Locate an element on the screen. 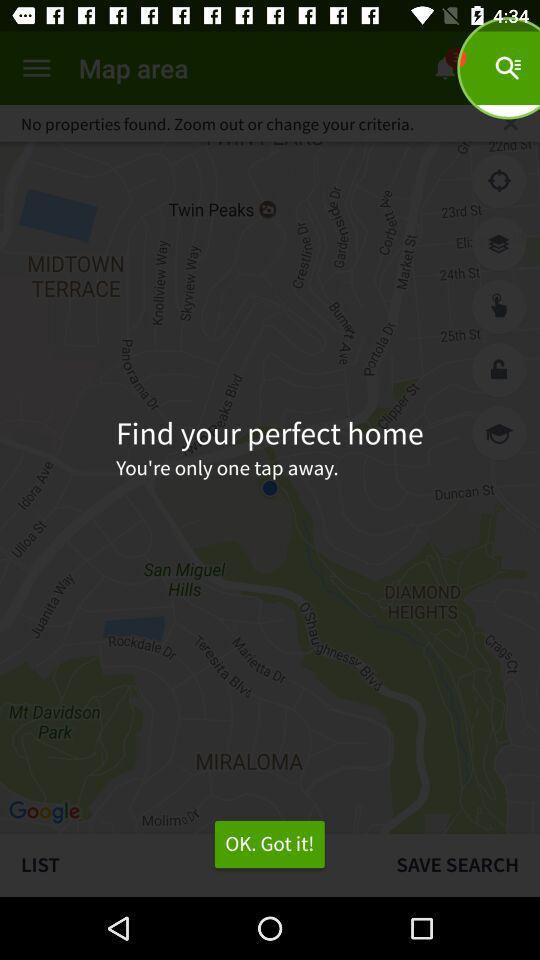  icon to the right of the list is located at coordinates (457, 864).